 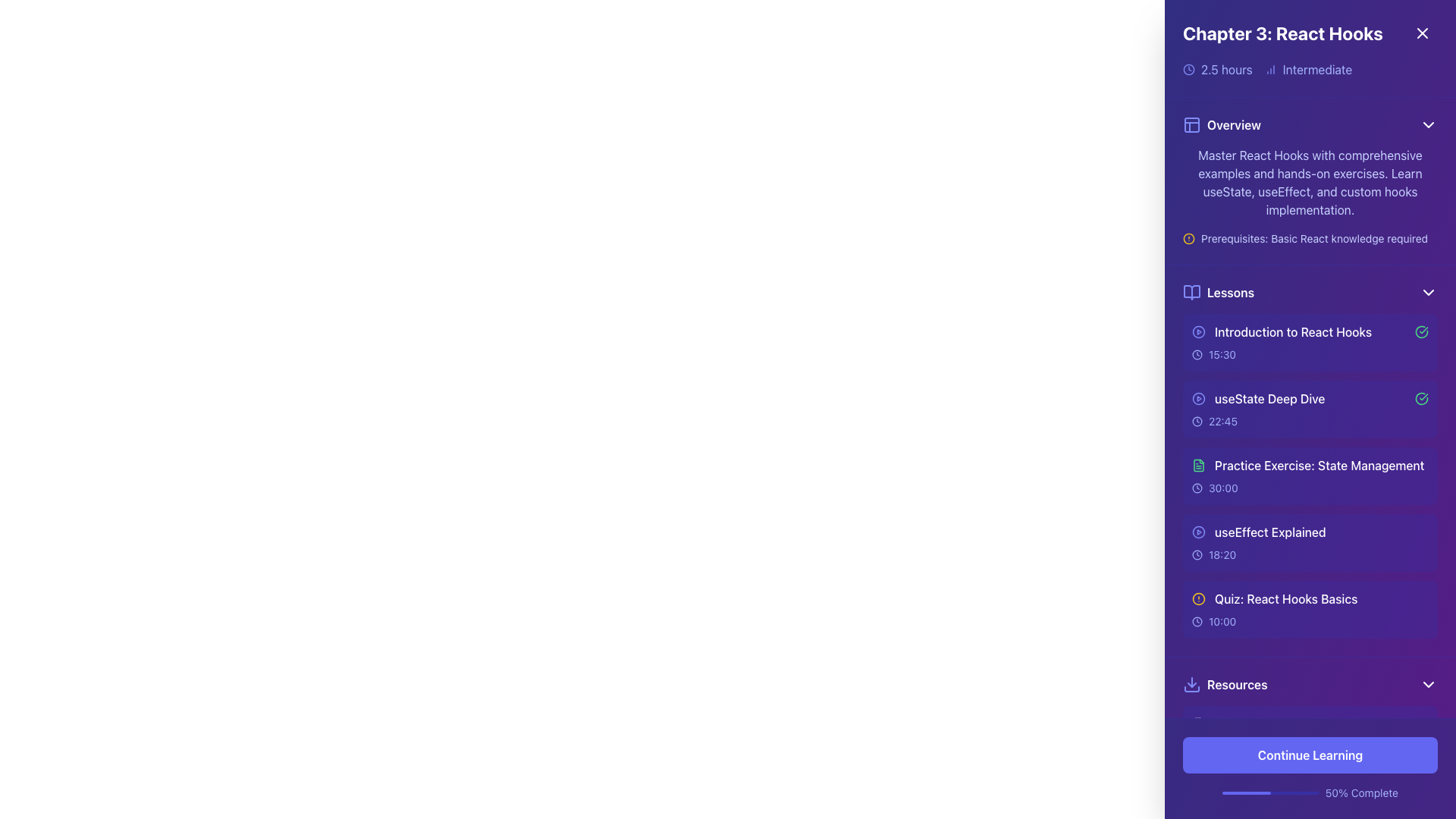 What do you see at coordinates (1197, 397) in the screenshot?
I see `the filled circular shape within the glyph design for the 'useState Deep Dive' lesson` at bounding box center [1197, 397].